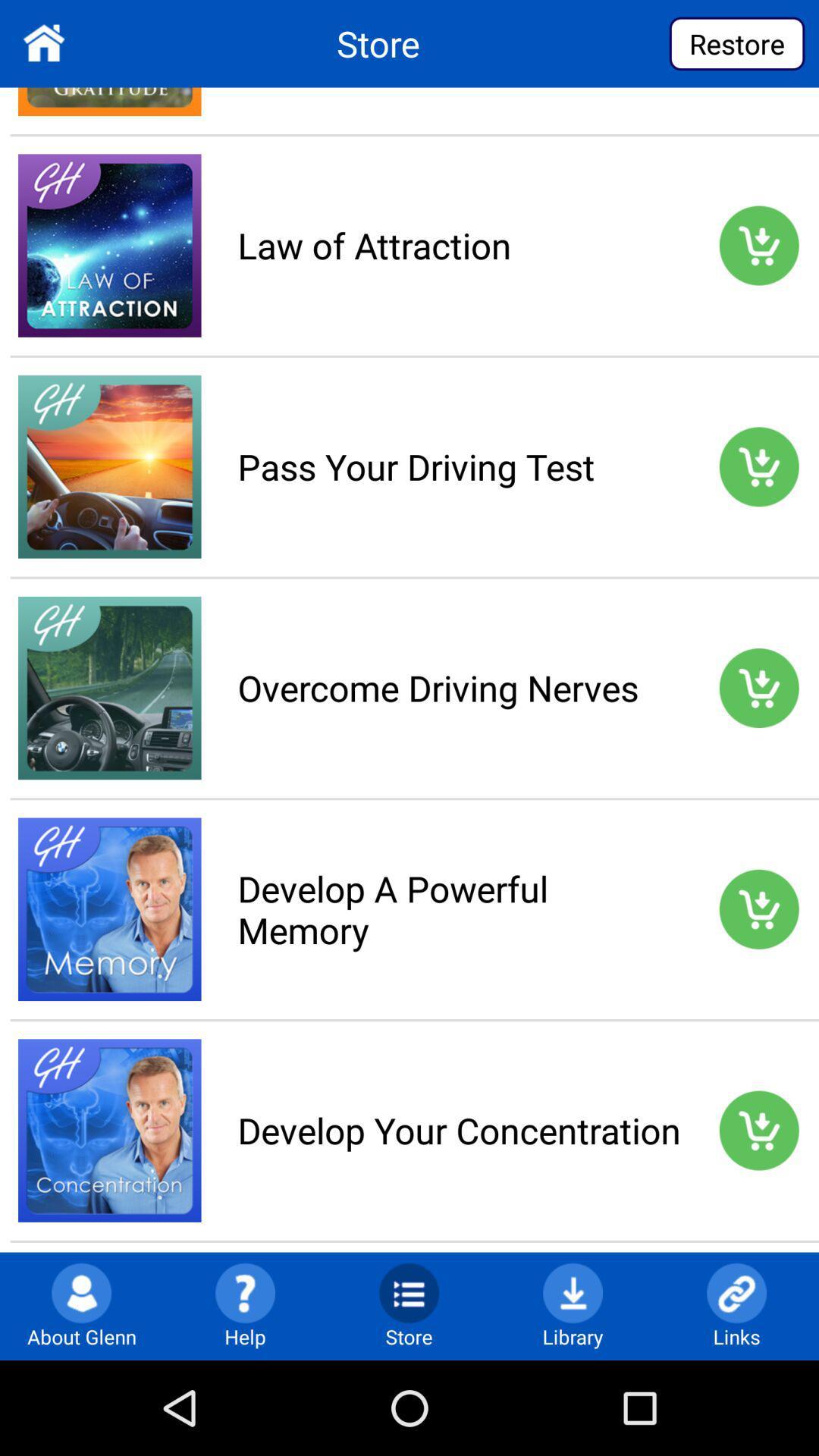 Image resolution: width=819 pixels, height=1456 pixels. I want to click on the pass your driving app, so click(458, 466).